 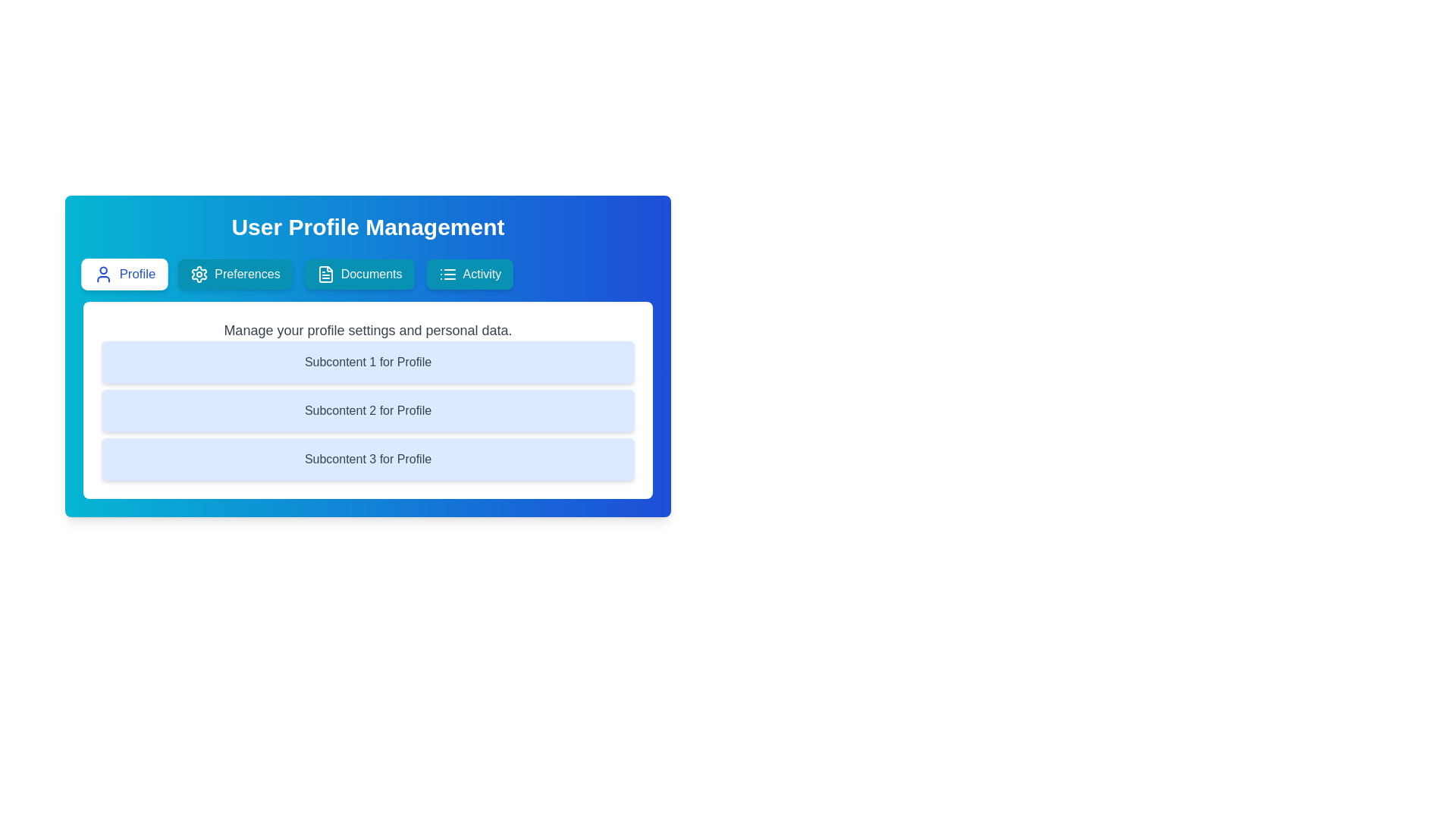 I want to click on the 'Preferences' button containing the gear icon, so click(x=199, y=275).